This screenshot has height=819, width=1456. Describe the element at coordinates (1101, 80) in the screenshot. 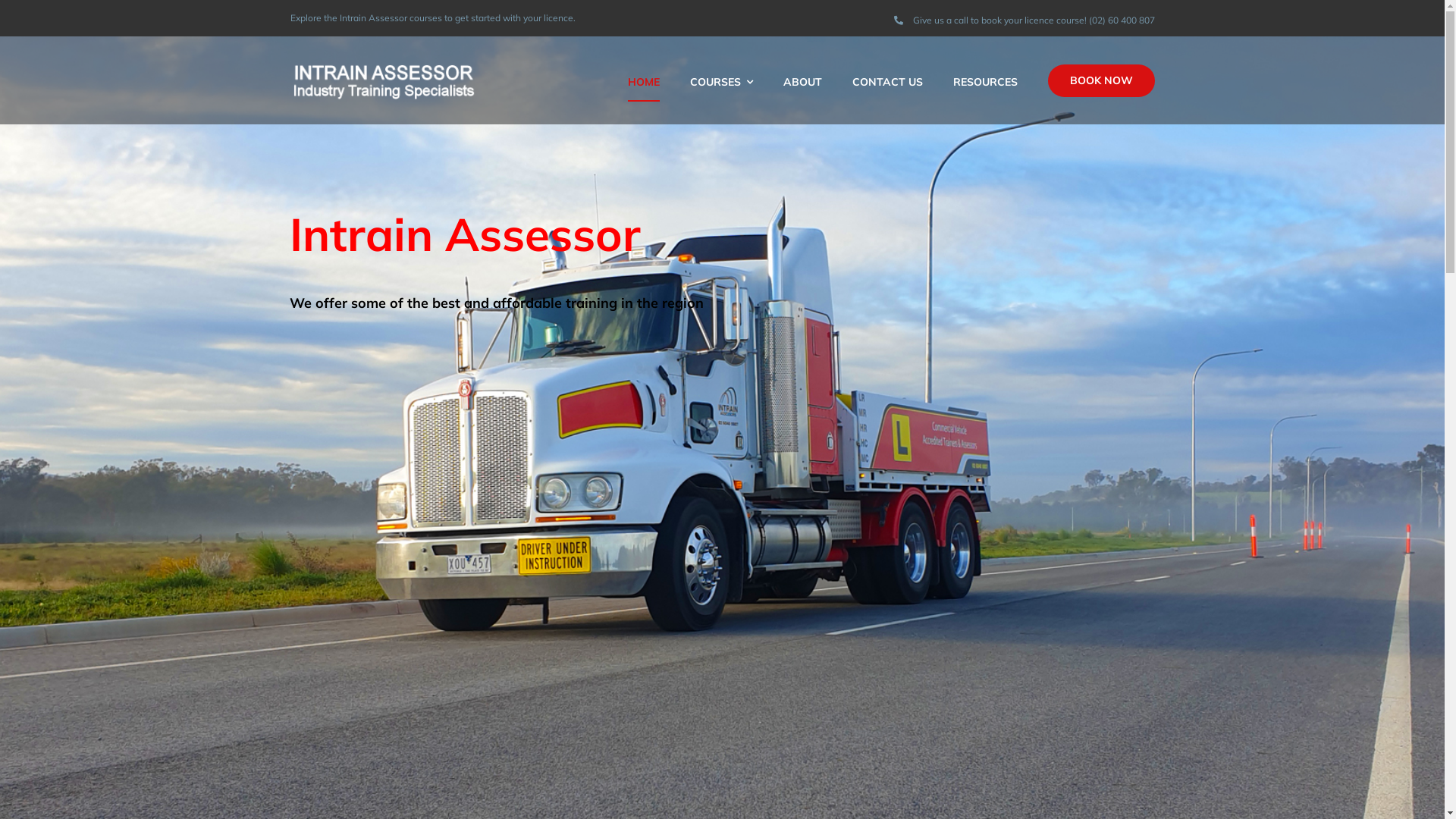

I see `'BOOK NOW'` at that location.